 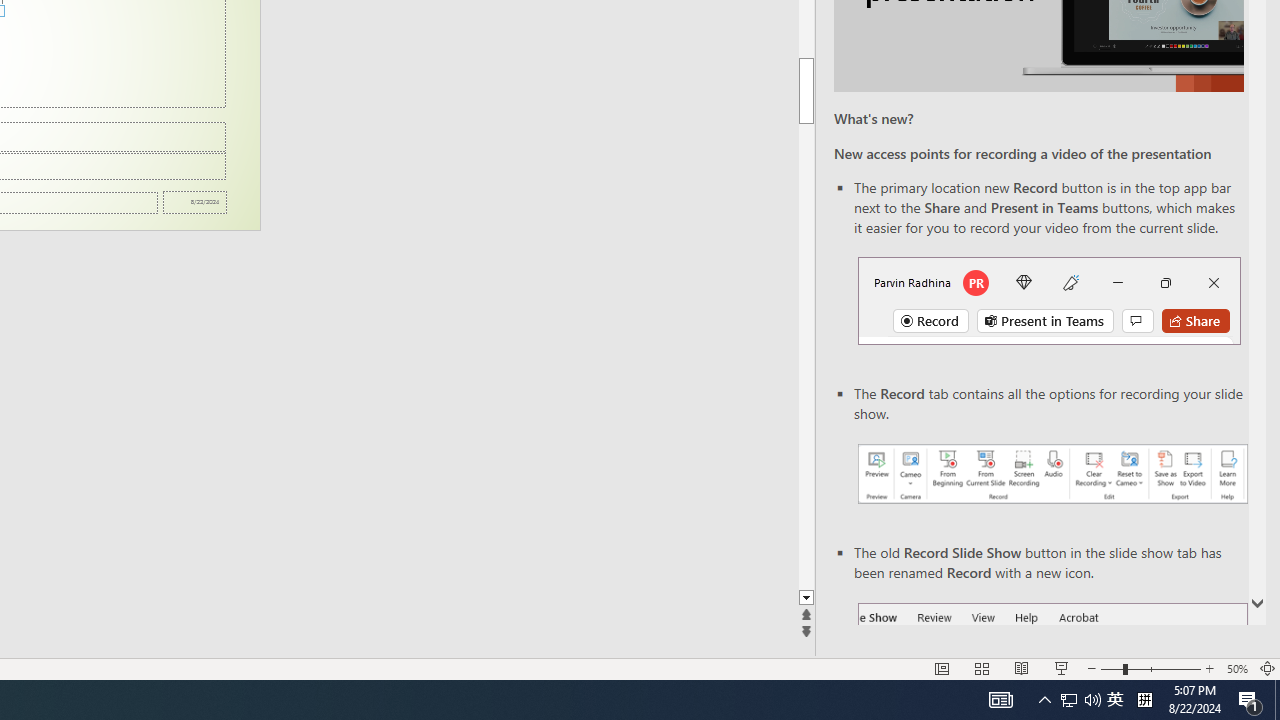 I want to click on 'Date', so click(x=194, y=202).